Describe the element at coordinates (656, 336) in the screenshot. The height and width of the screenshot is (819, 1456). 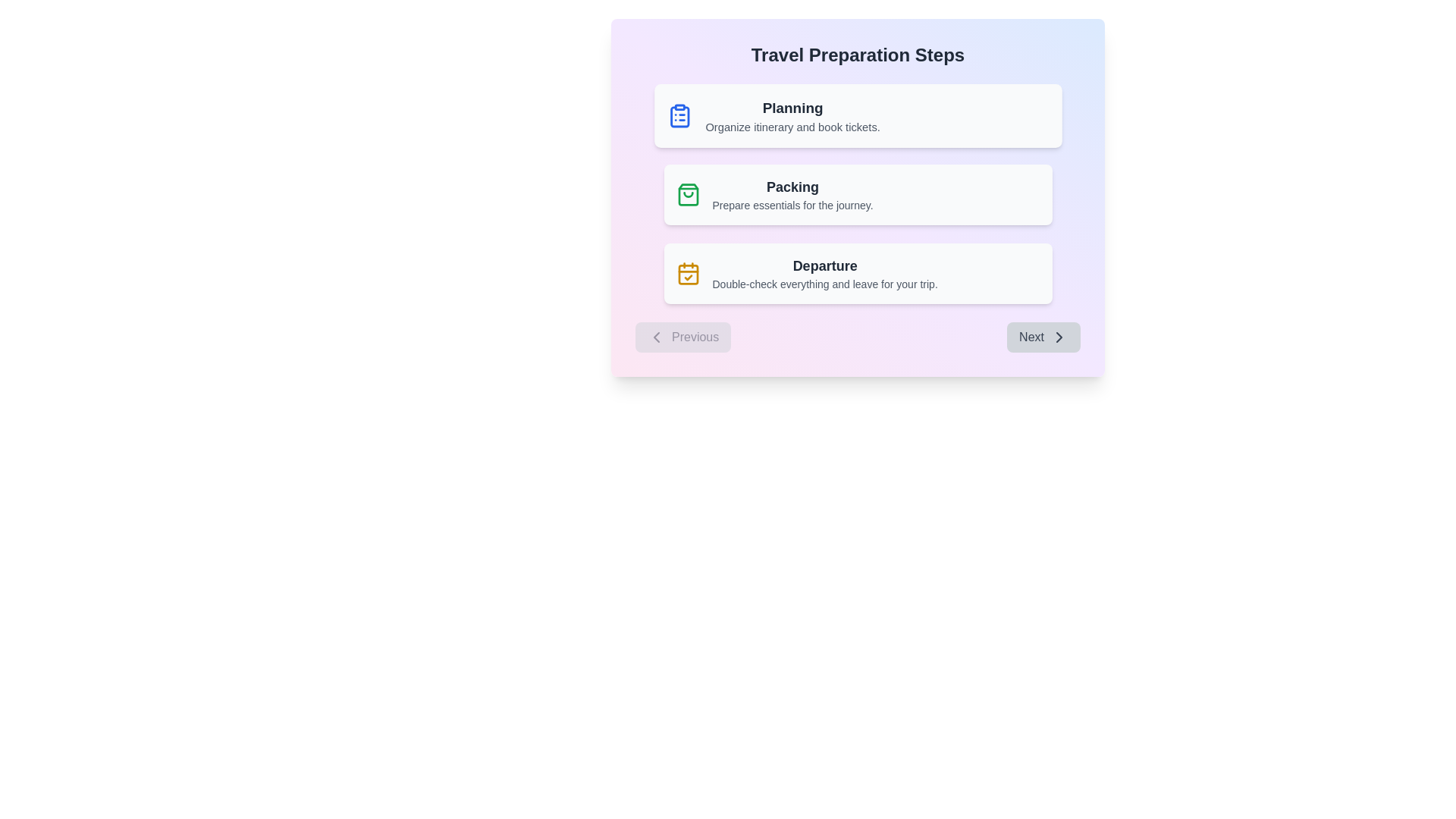
I see `the left-facing chevron icon associated with the 'Previous' button located at the bottom left corner of the interface` at that location.